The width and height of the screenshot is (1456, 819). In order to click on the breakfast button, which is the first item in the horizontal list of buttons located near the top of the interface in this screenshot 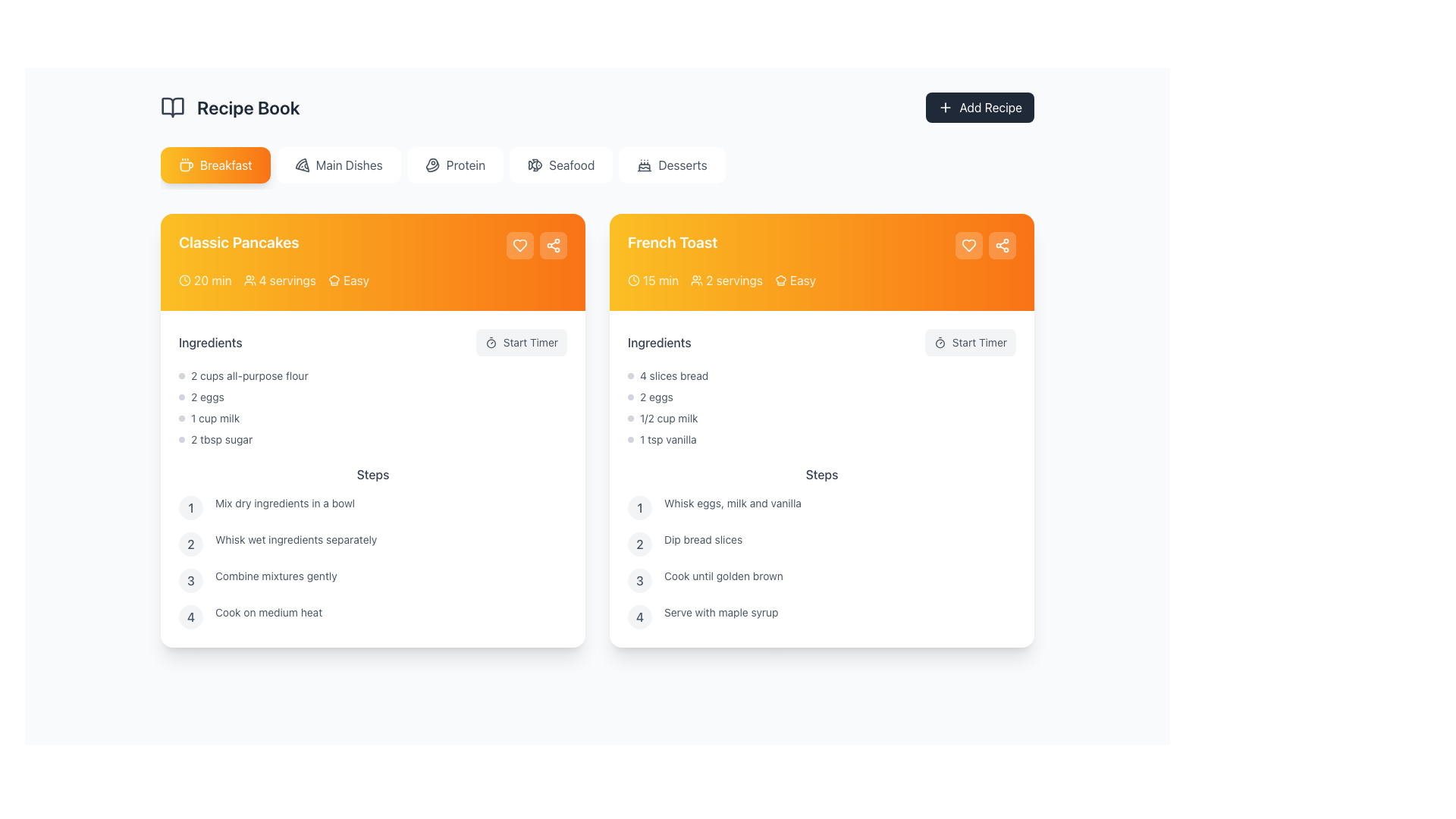, I will do `click(215, 165)`.